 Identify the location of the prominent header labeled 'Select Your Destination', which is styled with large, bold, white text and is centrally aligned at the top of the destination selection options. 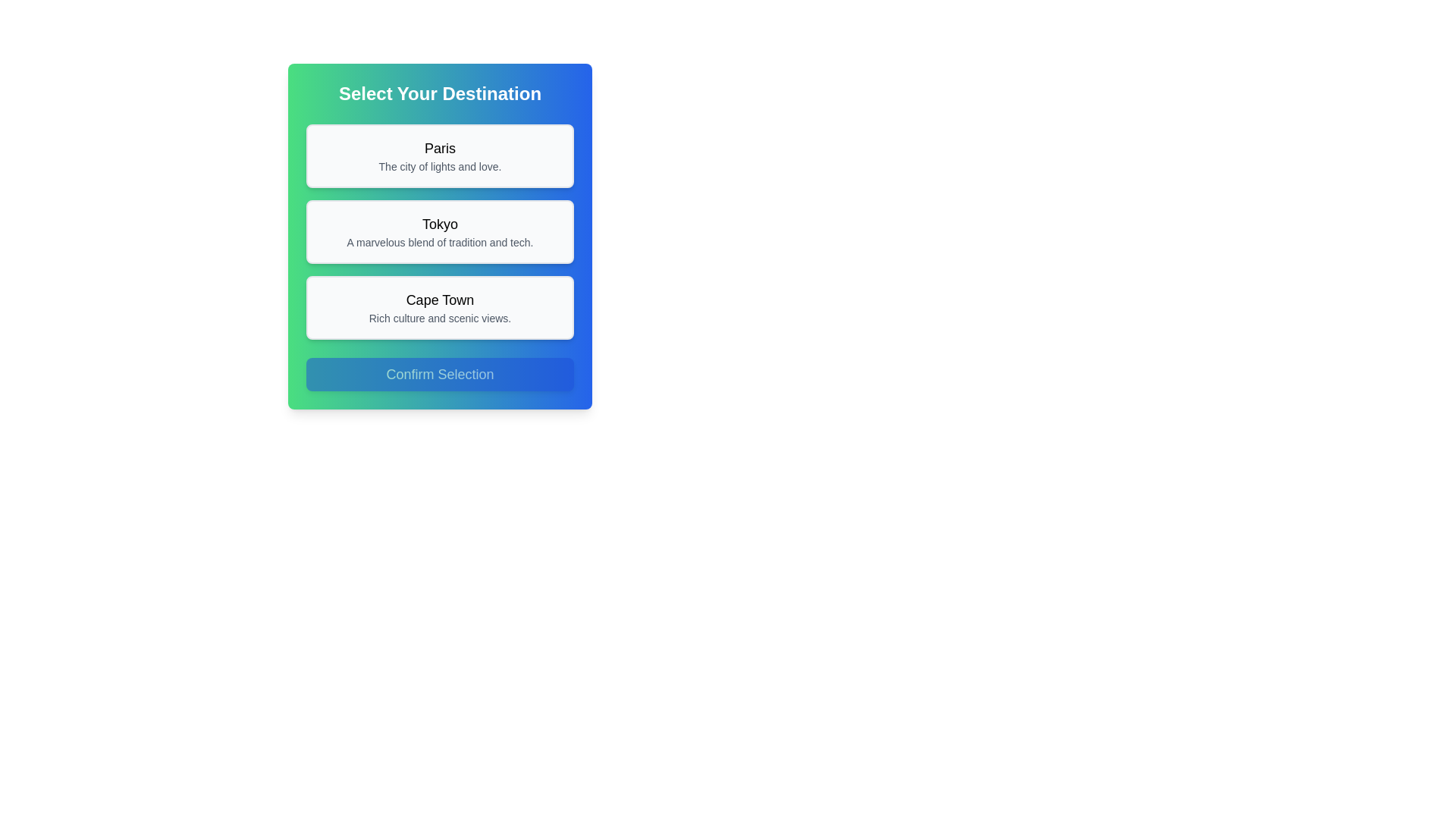
(439, 93).